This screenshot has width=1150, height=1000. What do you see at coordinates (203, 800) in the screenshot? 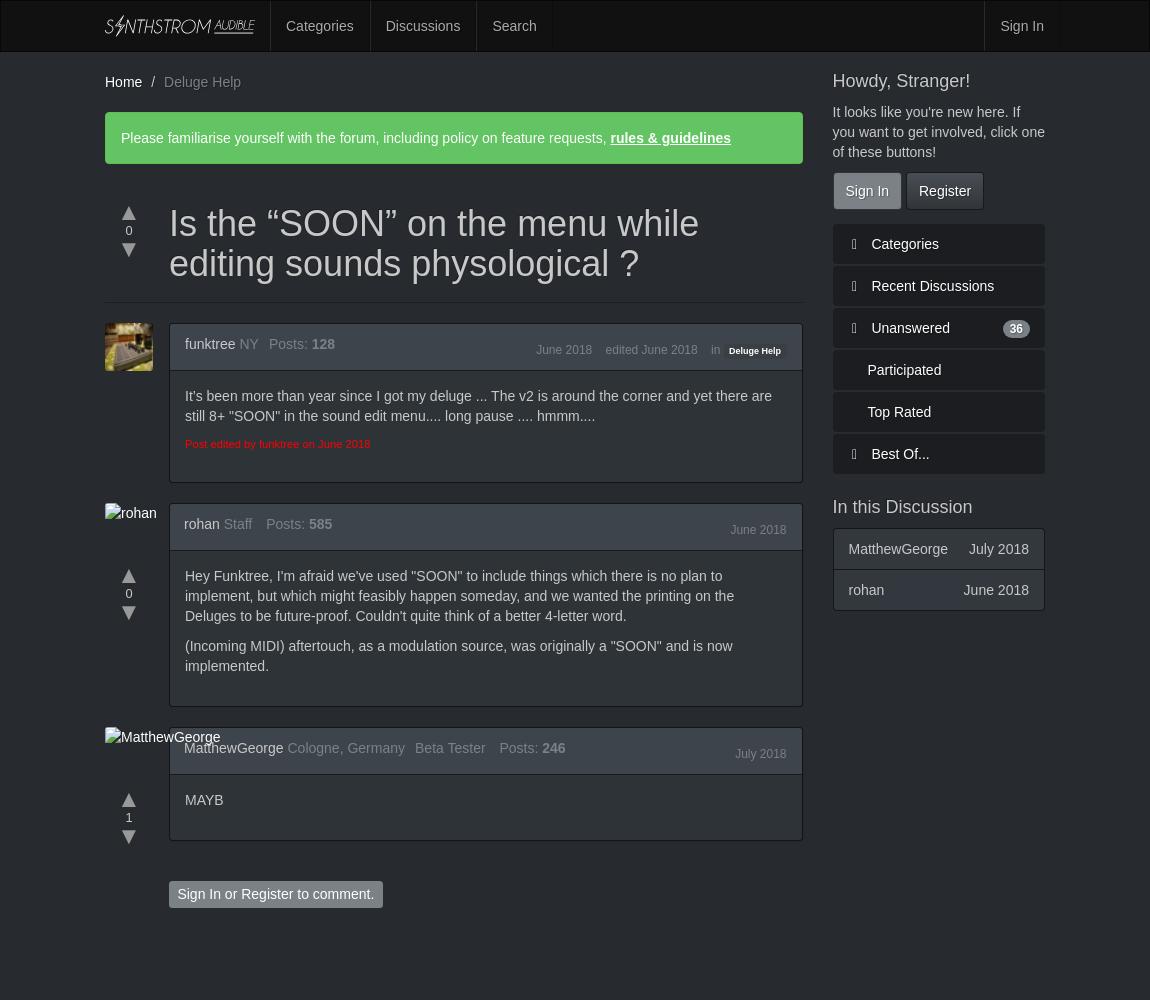
I see `'MAYB'` at bounding box center [203, 800].